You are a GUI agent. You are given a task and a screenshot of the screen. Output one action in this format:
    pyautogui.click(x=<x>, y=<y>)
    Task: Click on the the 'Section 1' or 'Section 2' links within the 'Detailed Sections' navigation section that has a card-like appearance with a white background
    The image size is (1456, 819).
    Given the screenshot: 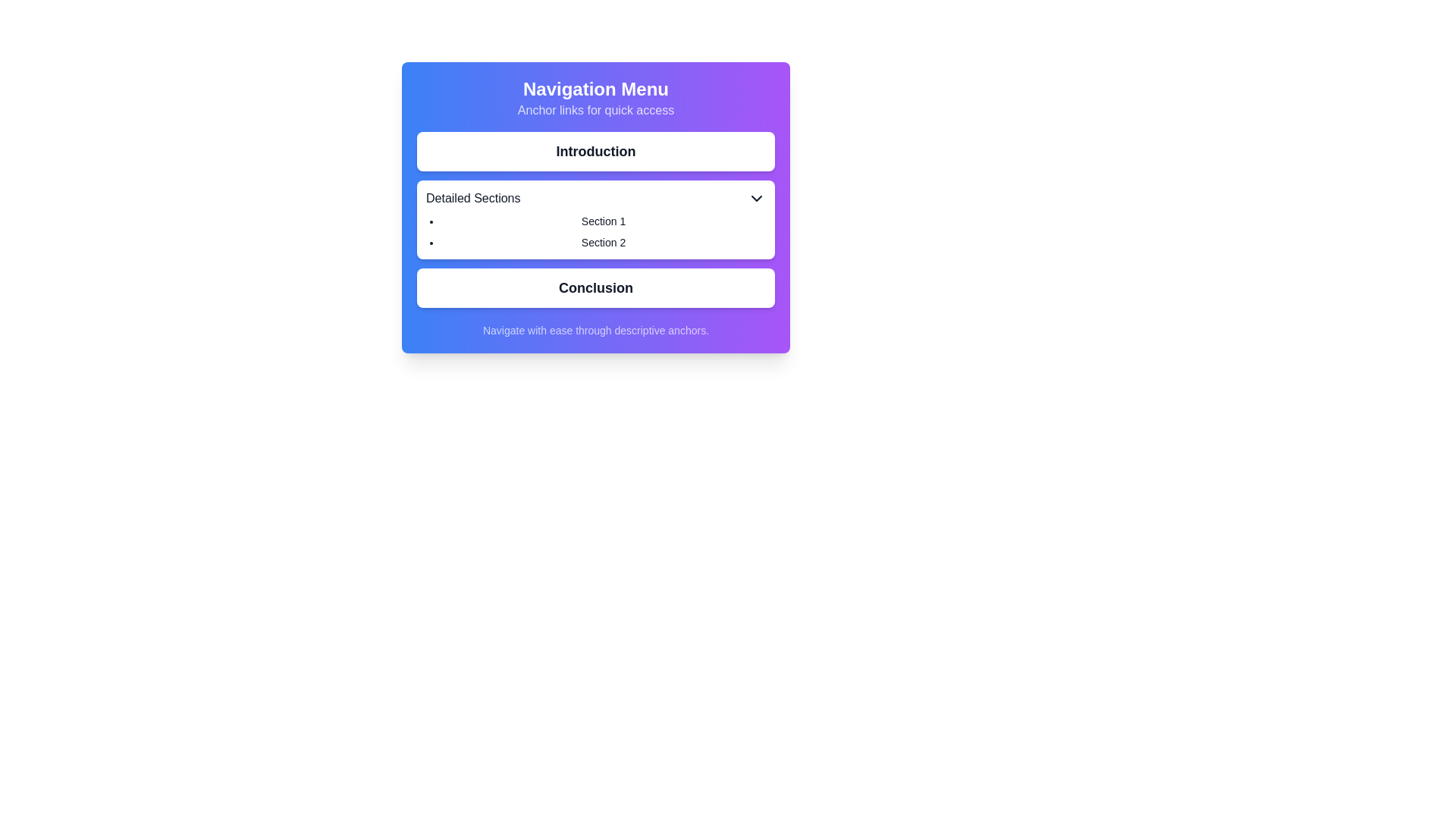 What is the action you would take?
    pyautogui.click(x=595, y=219)
    